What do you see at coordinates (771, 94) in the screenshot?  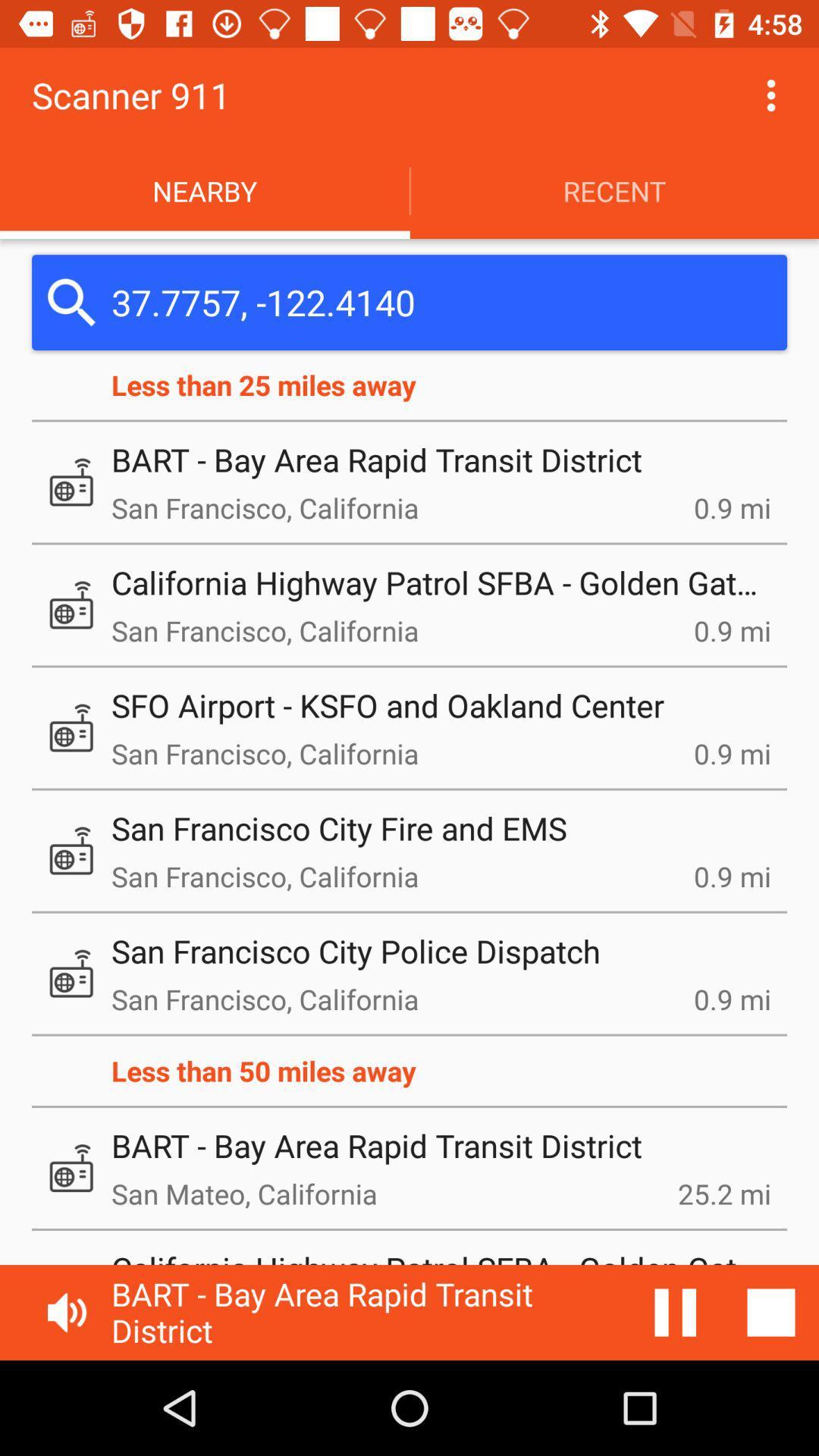 I see `button to enter in the setting` at bounding box center [771, 94].